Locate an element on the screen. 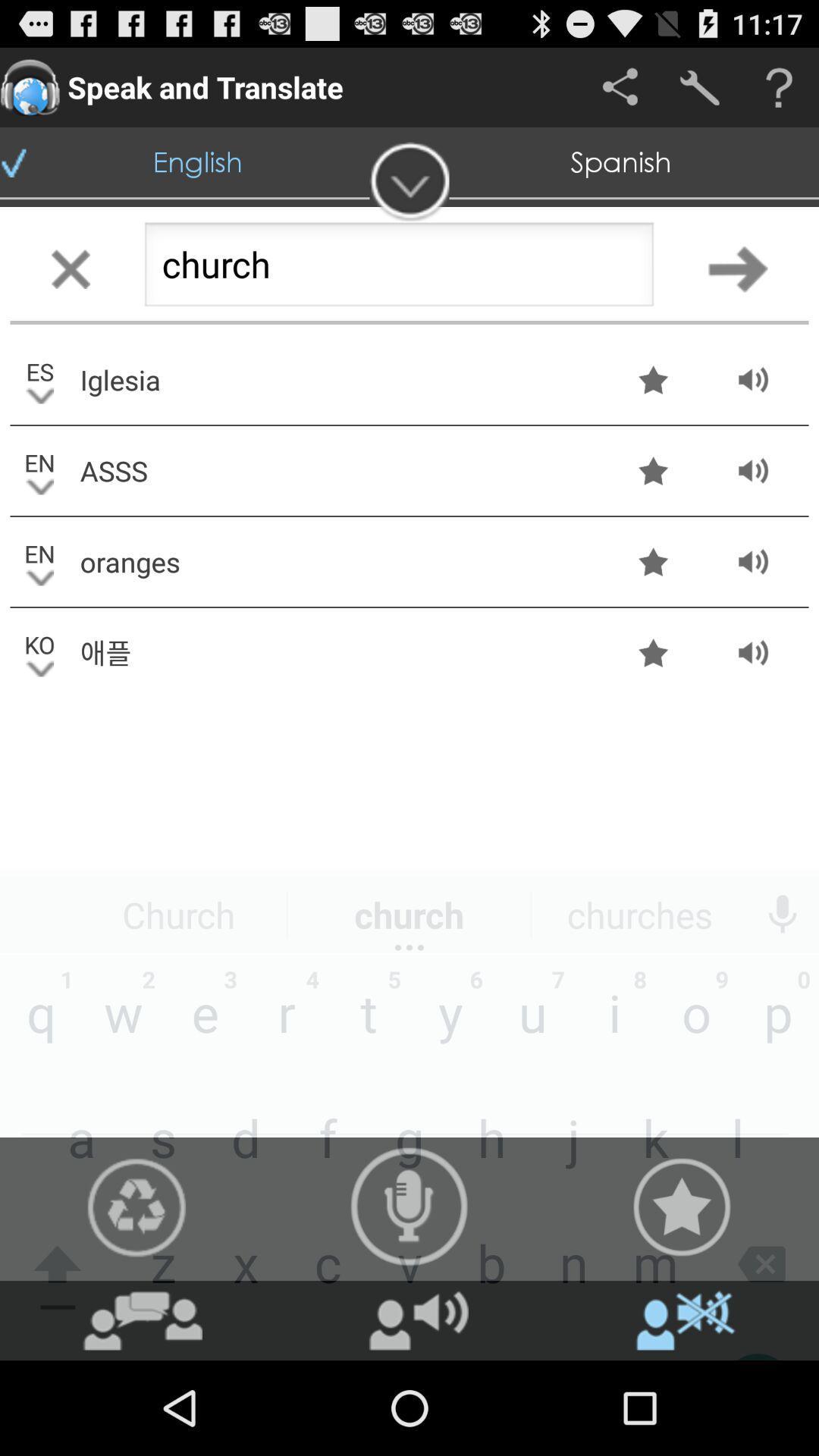 The height and width of the screenshot is (1456, 819). en dropdown which is before asss on the page is located at coordinates (39, 469).